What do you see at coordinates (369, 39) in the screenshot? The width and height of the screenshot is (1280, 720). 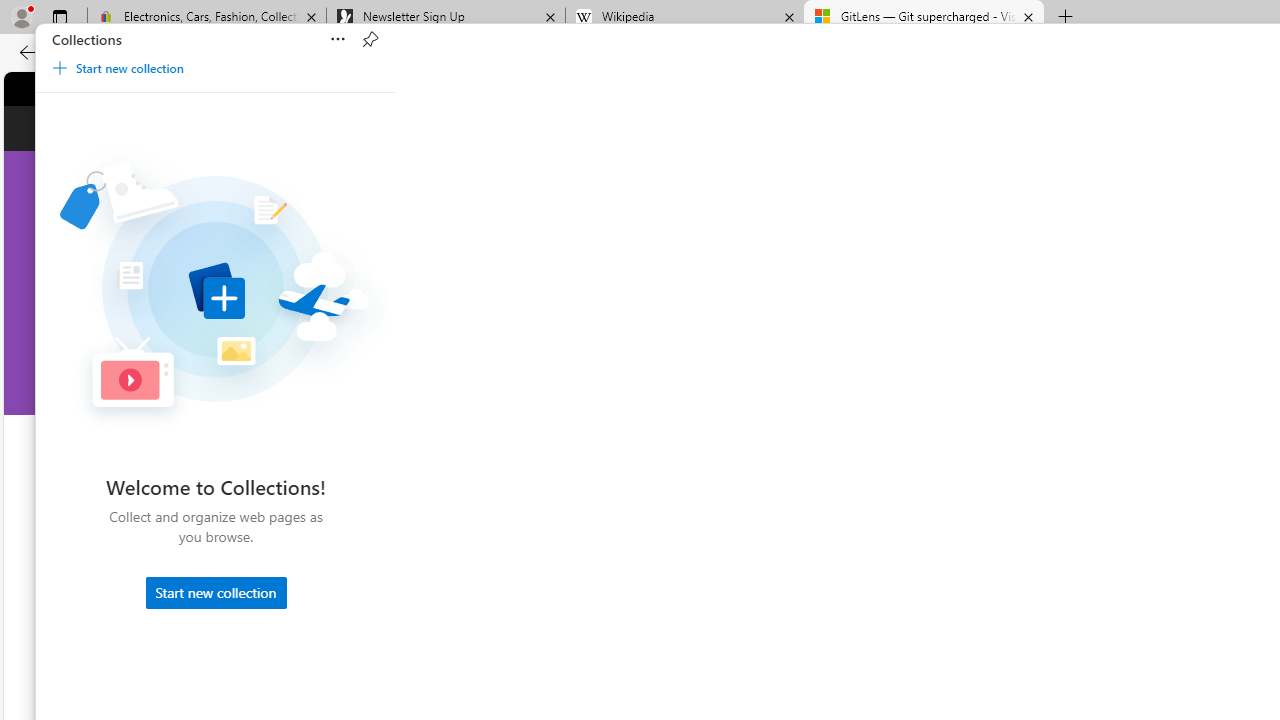 I see `'Pin Collections'` at bounding box center [369, 39].